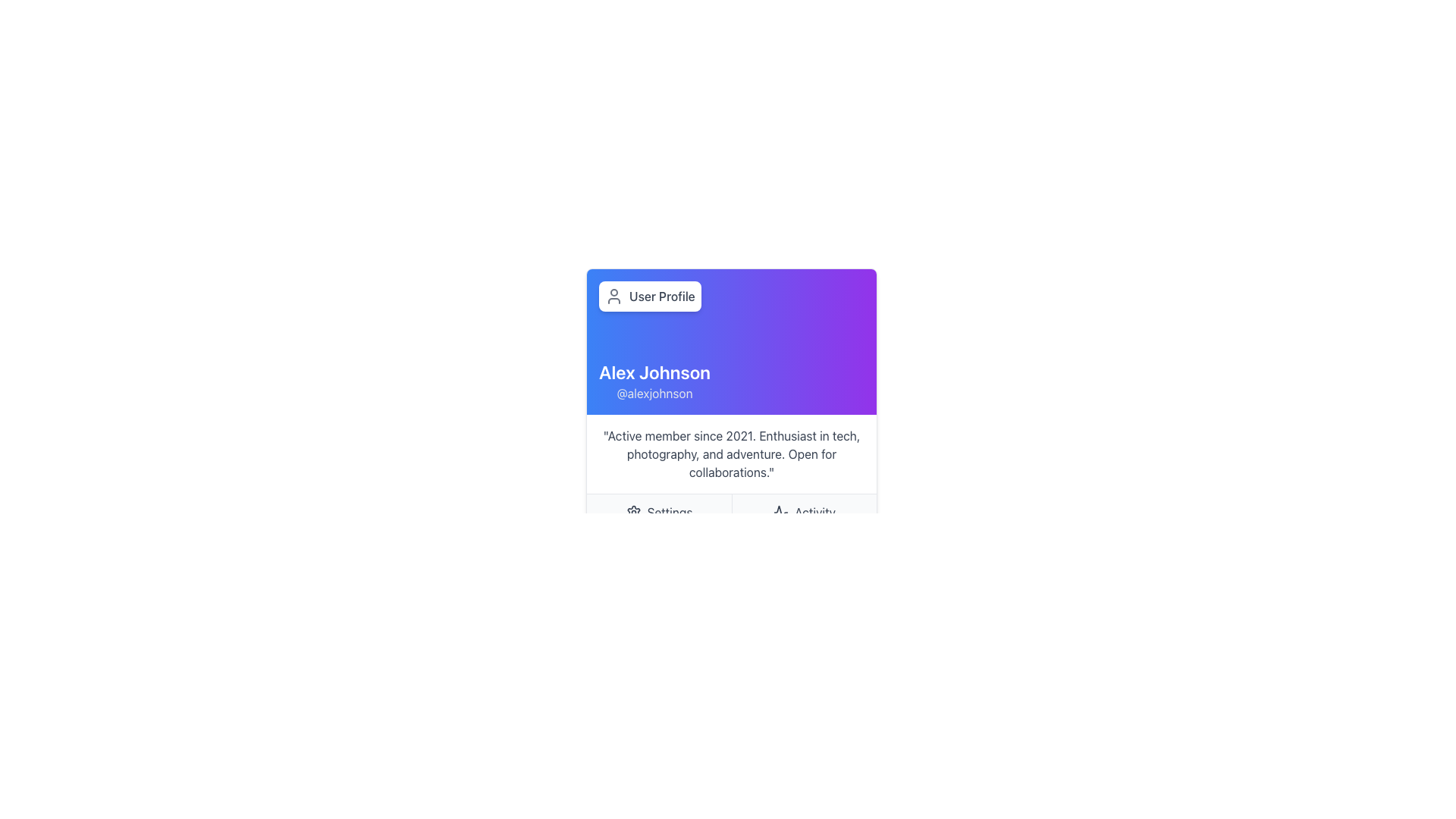  What do you see at coordinates (731, 453) in the screenshot?
I see `the descriptive text block that provides additional information about the user, located below the name and username section in the user profile area` at bounding box center [731, 453].